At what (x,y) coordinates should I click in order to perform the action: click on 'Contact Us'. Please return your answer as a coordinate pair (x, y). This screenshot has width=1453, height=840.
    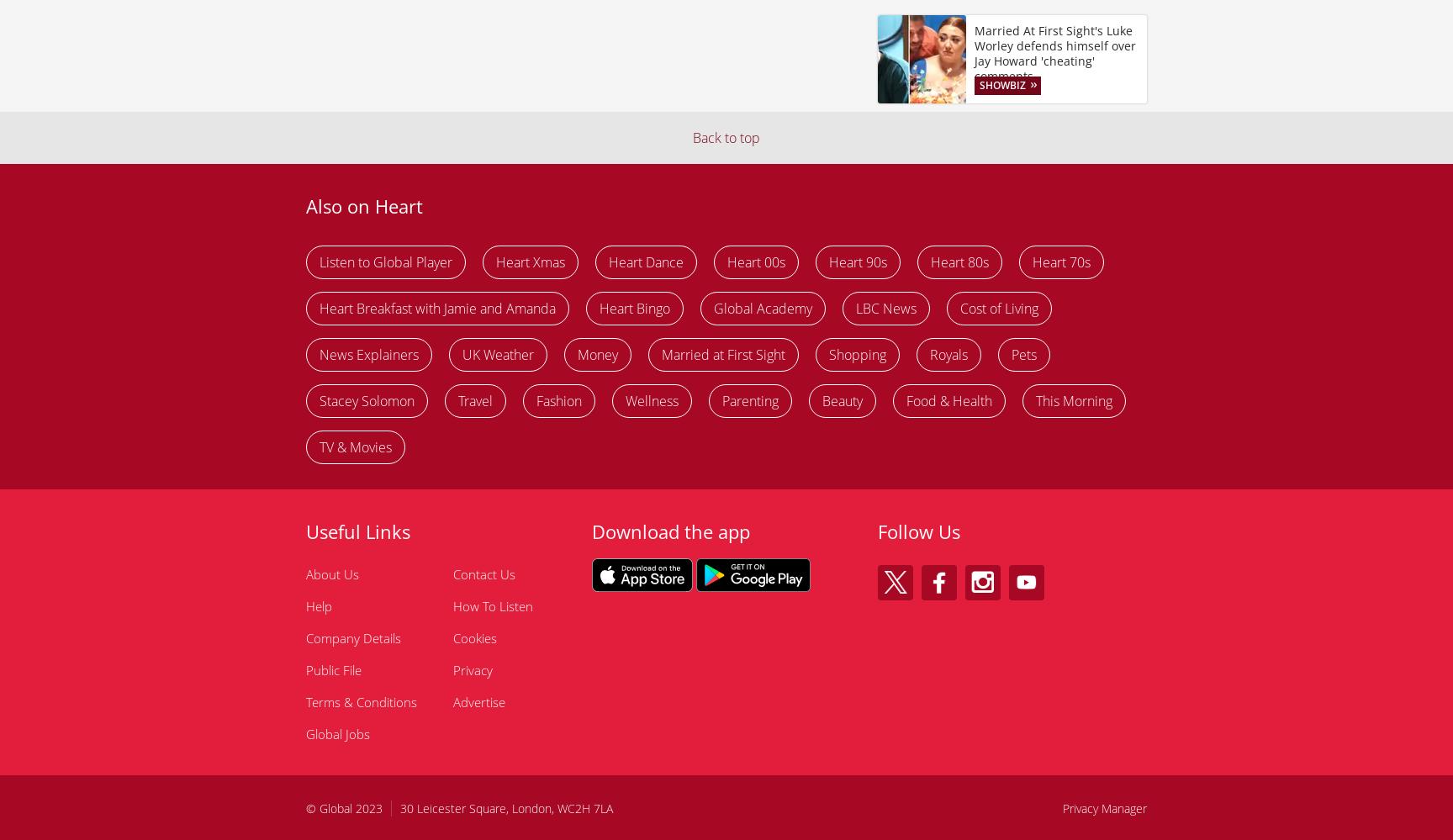
    Looking at the image, I should click on (452, 574).